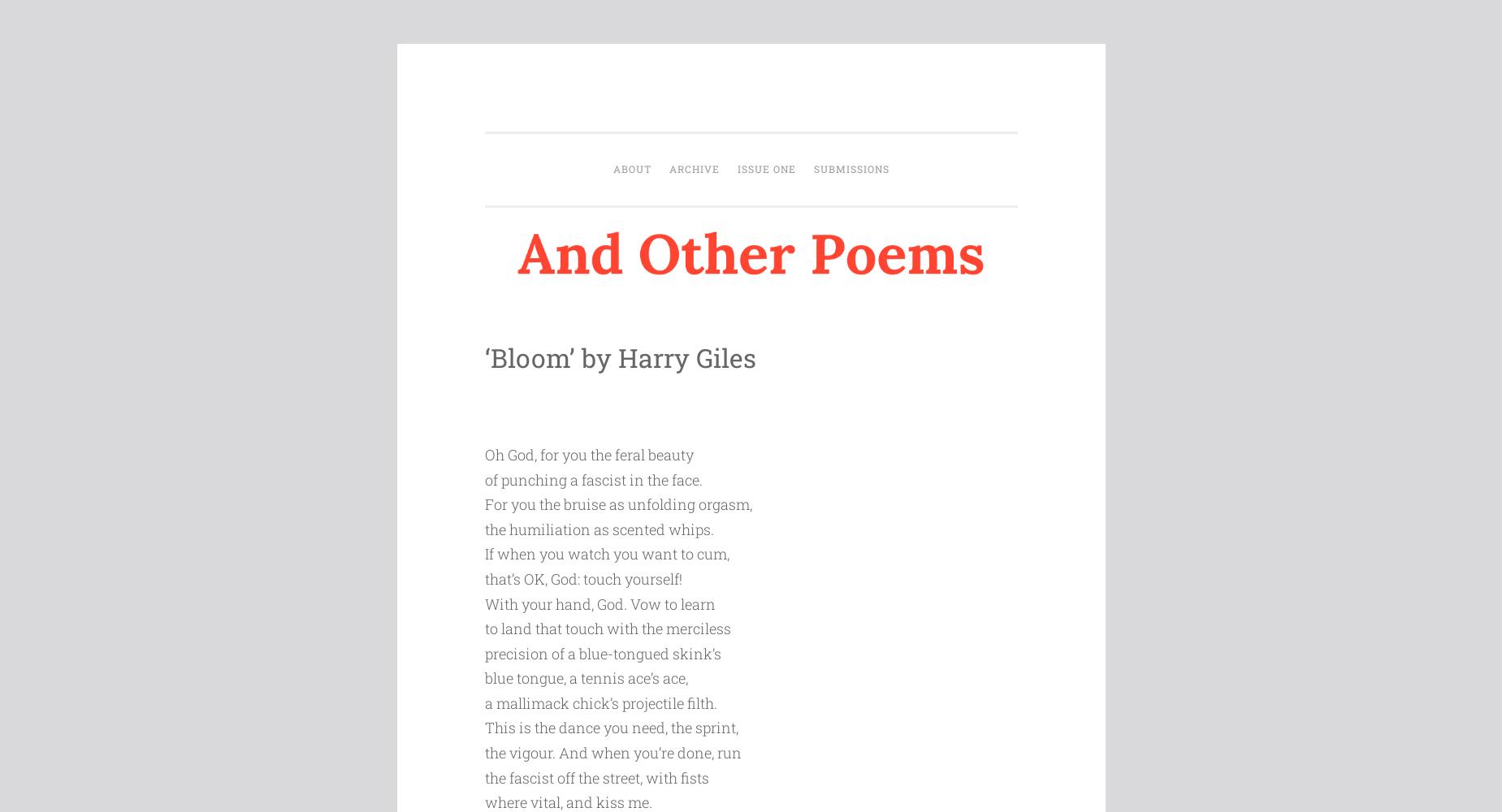  Describe the element at coordinates (595, 776) in the screenshot. I see `'the fascist off the street, with fists'` at that location.